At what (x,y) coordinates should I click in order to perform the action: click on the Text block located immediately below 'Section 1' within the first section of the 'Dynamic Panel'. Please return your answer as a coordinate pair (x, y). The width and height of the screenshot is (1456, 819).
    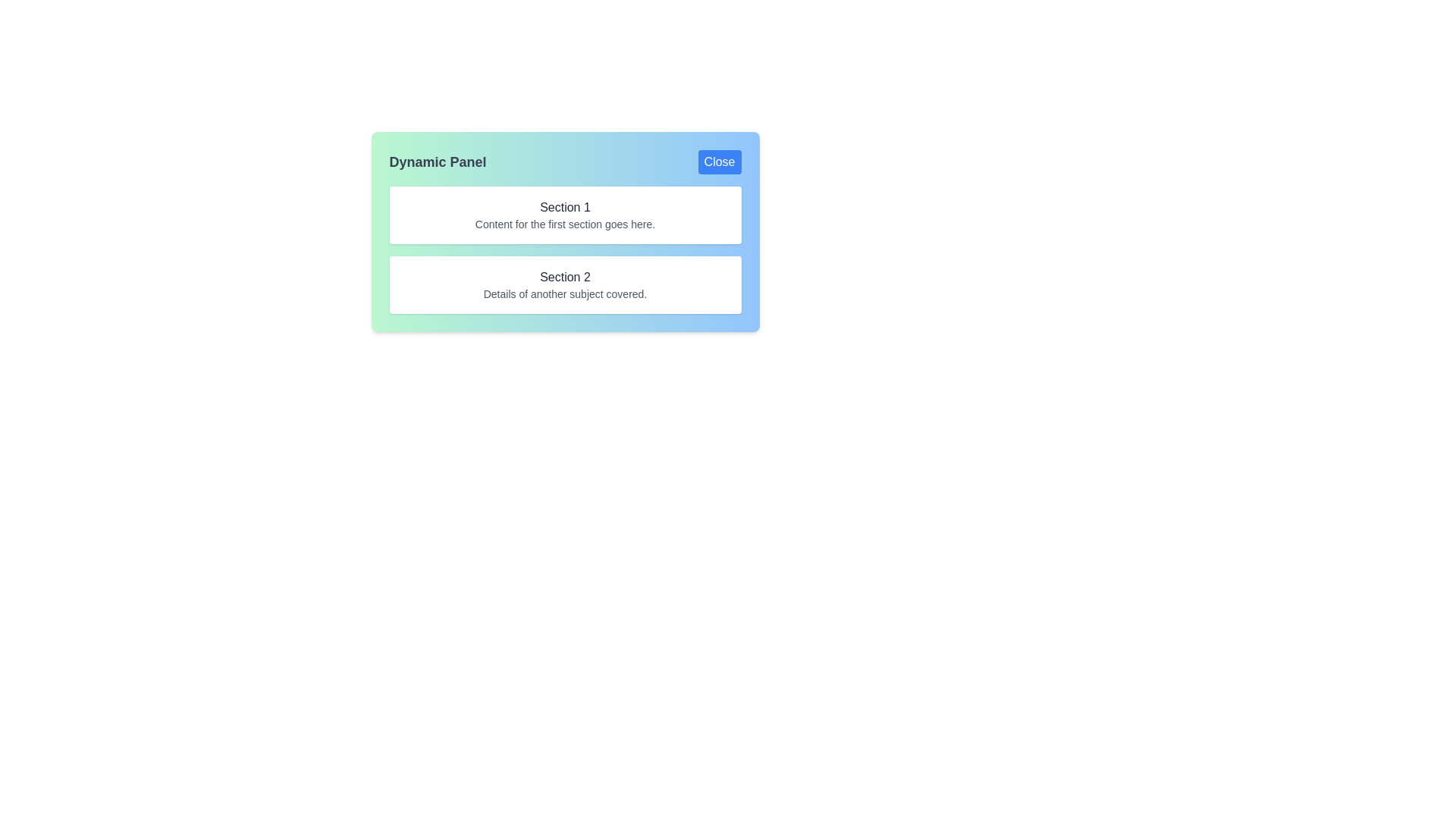
    Looking at the image, I should click on (564, 224).